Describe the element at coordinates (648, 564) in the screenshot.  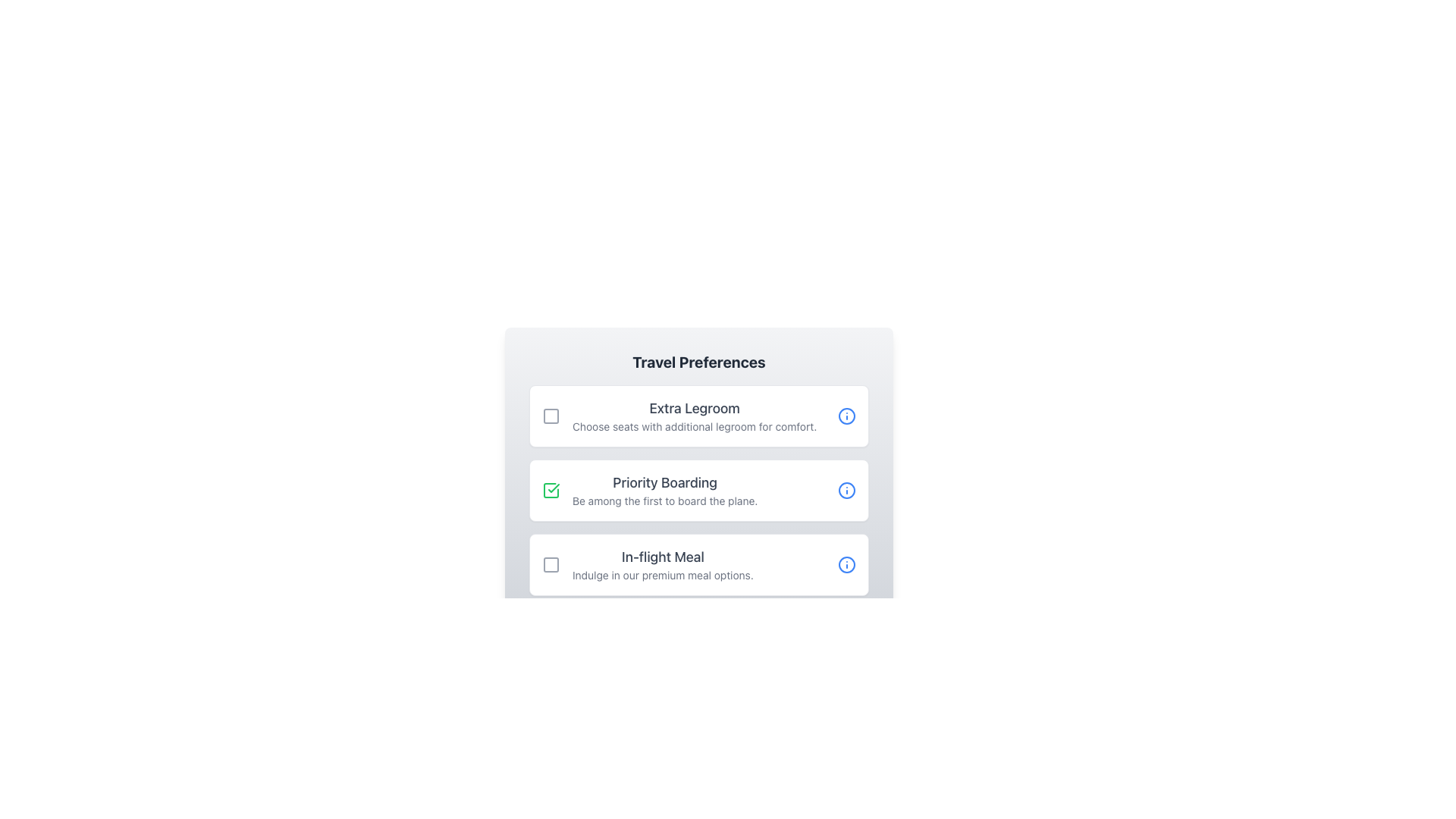
I see `the info icon in the 'In-flight Meal' option card` at that location.